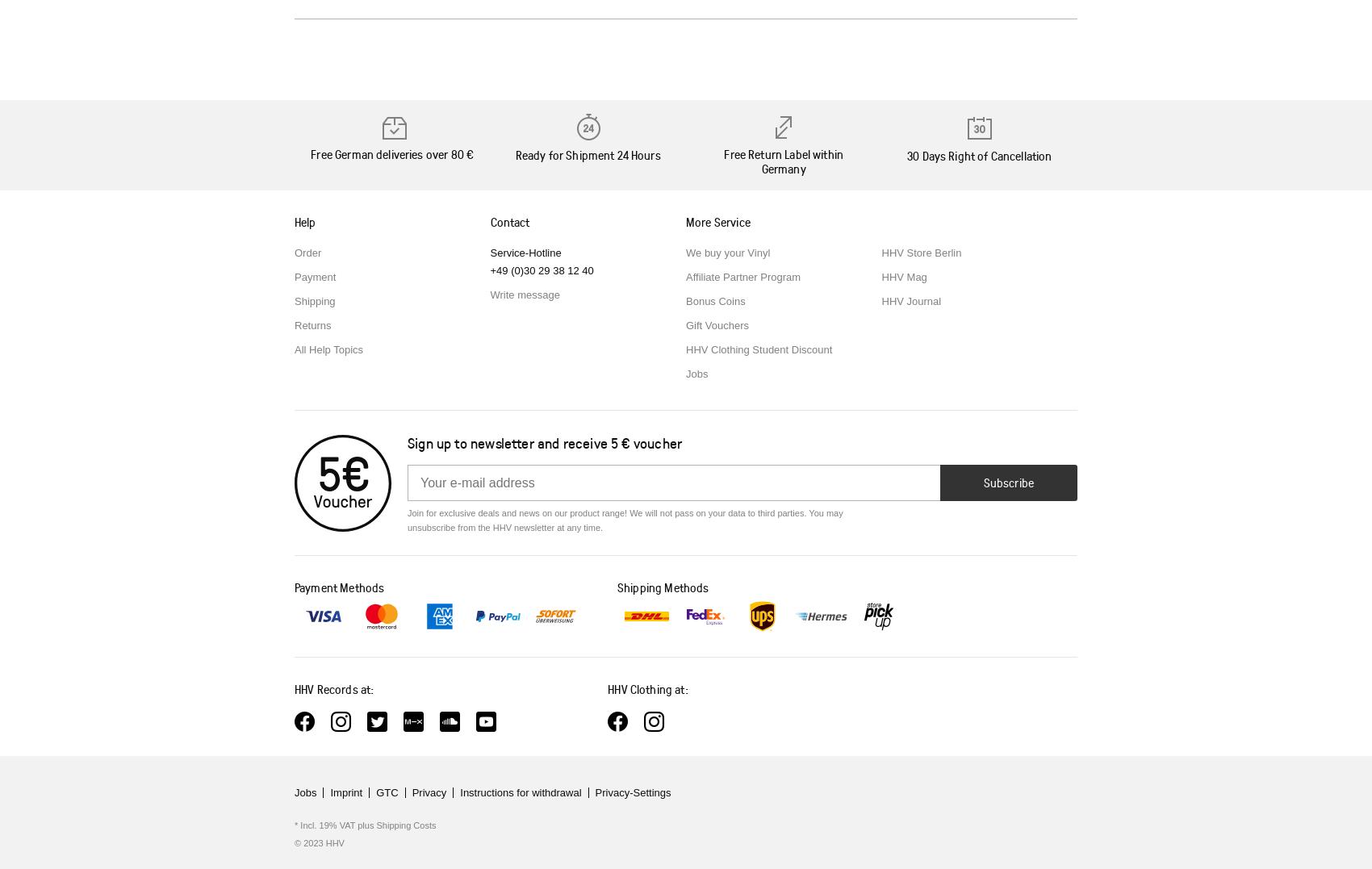 The image size is (1372, 869). Describe the element at coordinates (783, 160) in the screenshot. I see `'Free Return Label within Germany'` at that location.